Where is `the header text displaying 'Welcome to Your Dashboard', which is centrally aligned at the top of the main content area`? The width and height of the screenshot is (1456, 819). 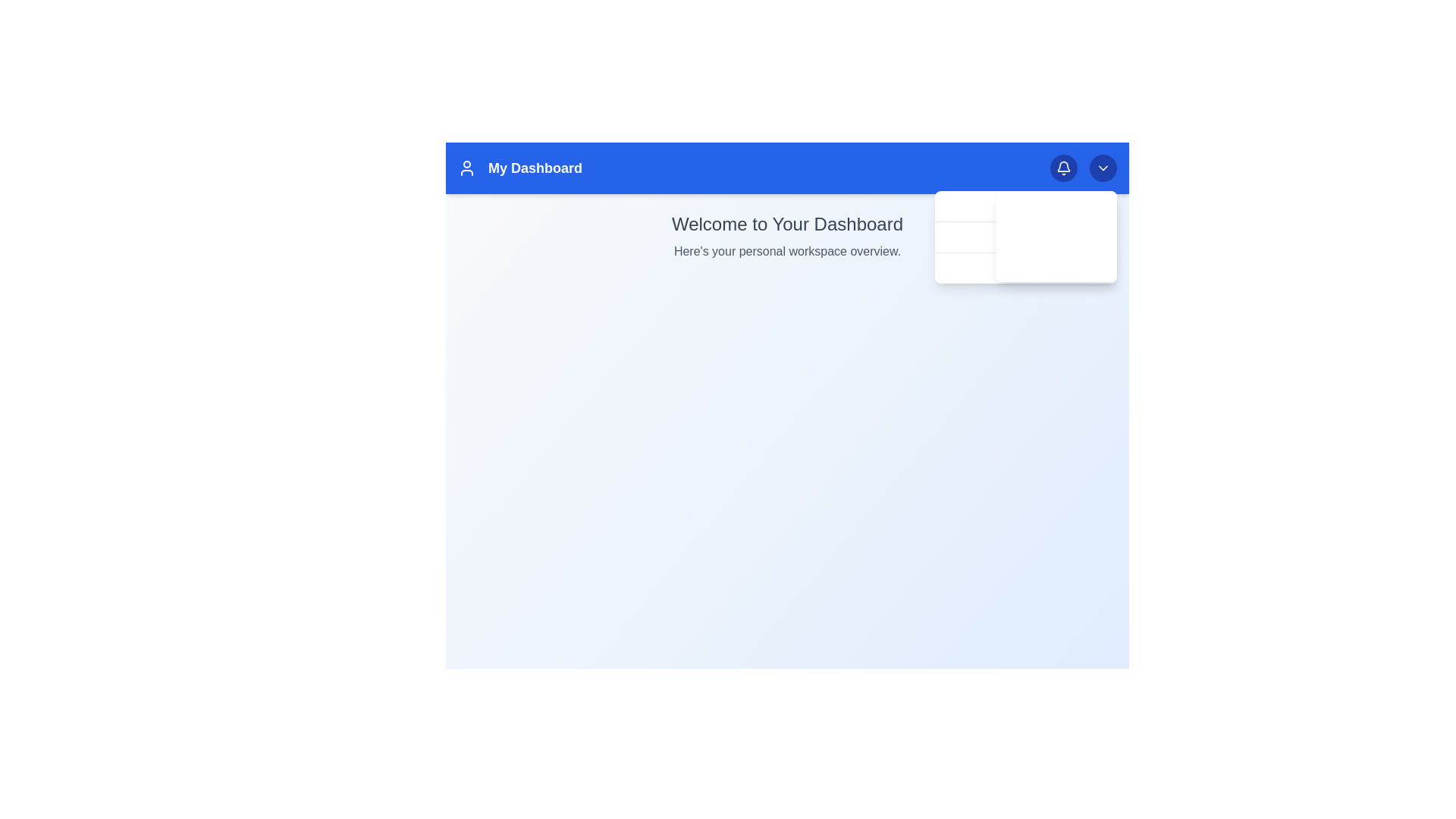 the header text displaying 'Welcome to Your Dashboard', which is centrally aligned at the top of the main content area is located at coordinates (787, 224).